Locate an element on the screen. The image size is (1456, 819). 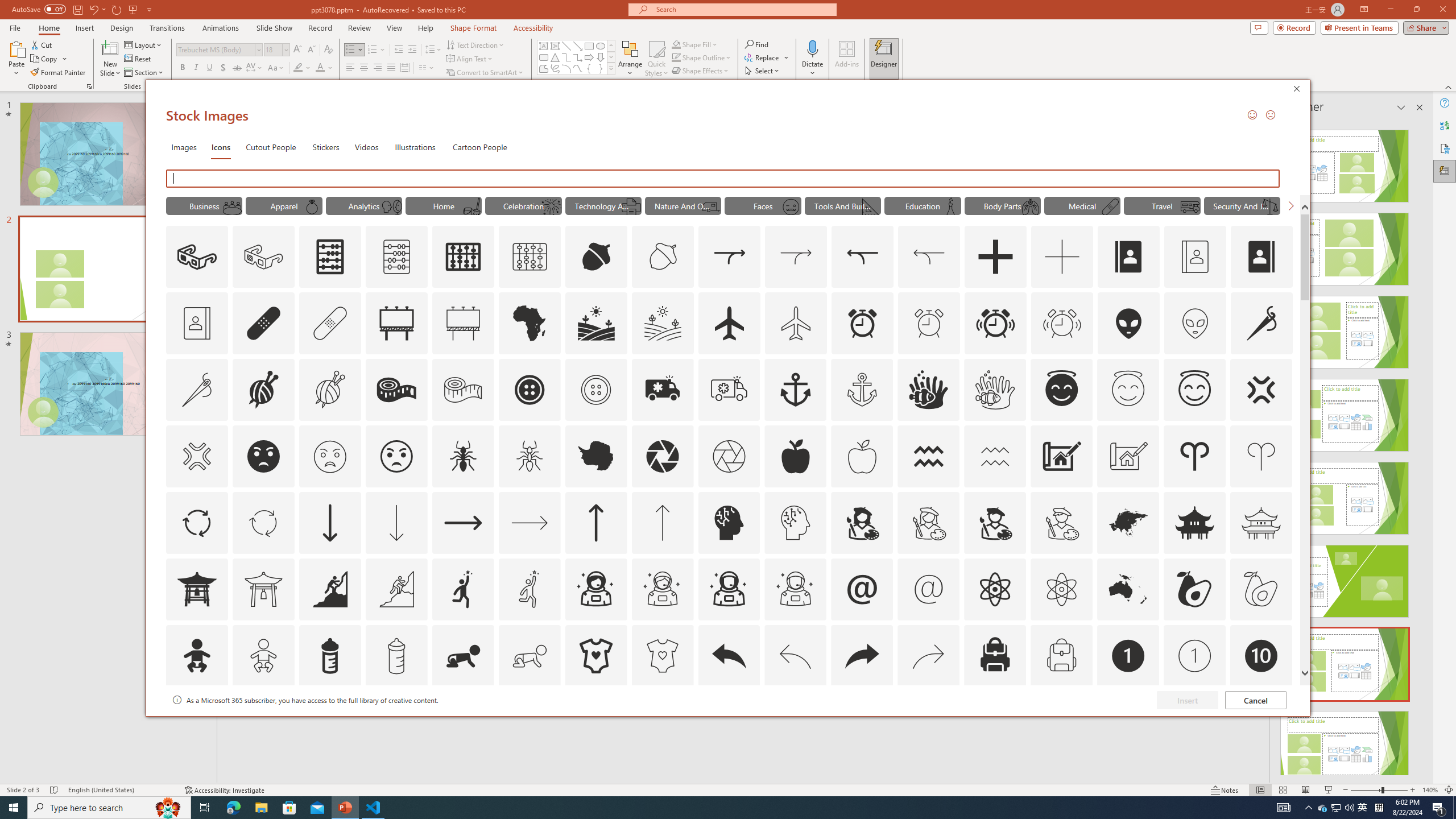
'AutomationID: Icons_ArtistFemale_M' is located at coordinates (928, 522).